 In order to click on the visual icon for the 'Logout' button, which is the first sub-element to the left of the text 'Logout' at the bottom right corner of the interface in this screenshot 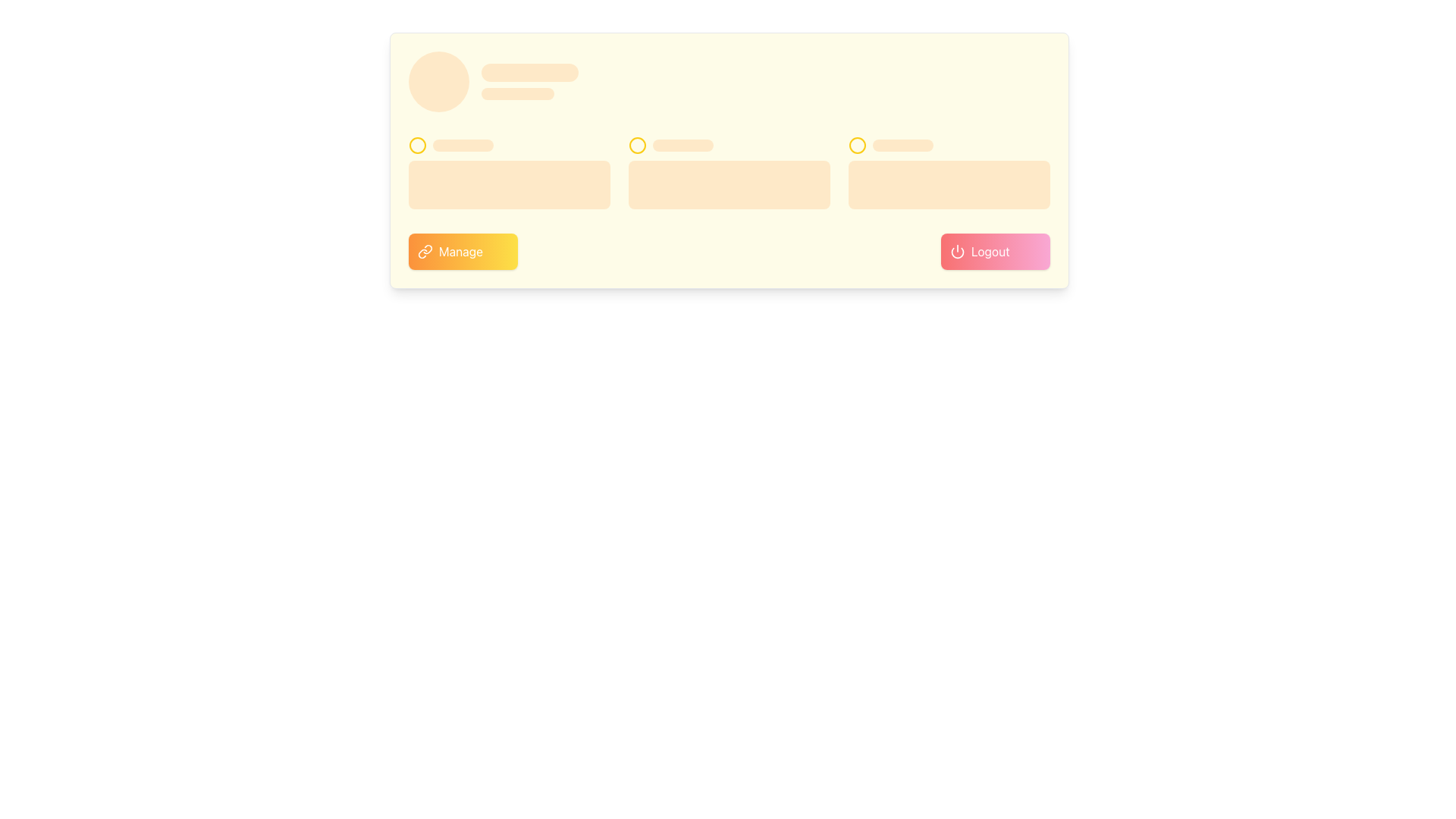, I will do `click(956, 250)`.